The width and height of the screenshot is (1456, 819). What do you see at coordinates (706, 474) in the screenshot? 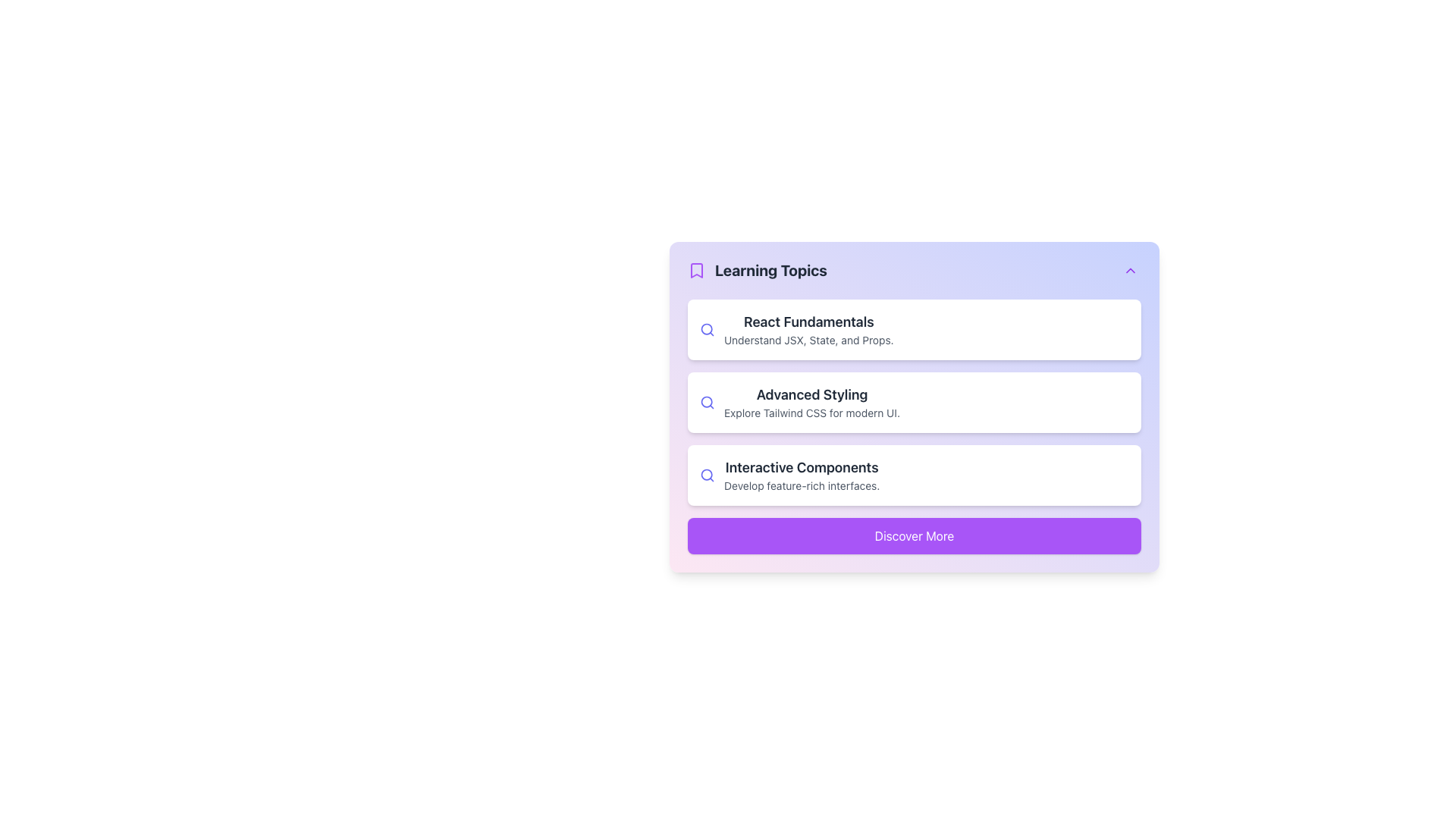
I see `the decorative SVG Circle element that represents the circular glass portion of the magnifying glass icon in the 'Learning Topics' card` at bounding box center [706, 474].